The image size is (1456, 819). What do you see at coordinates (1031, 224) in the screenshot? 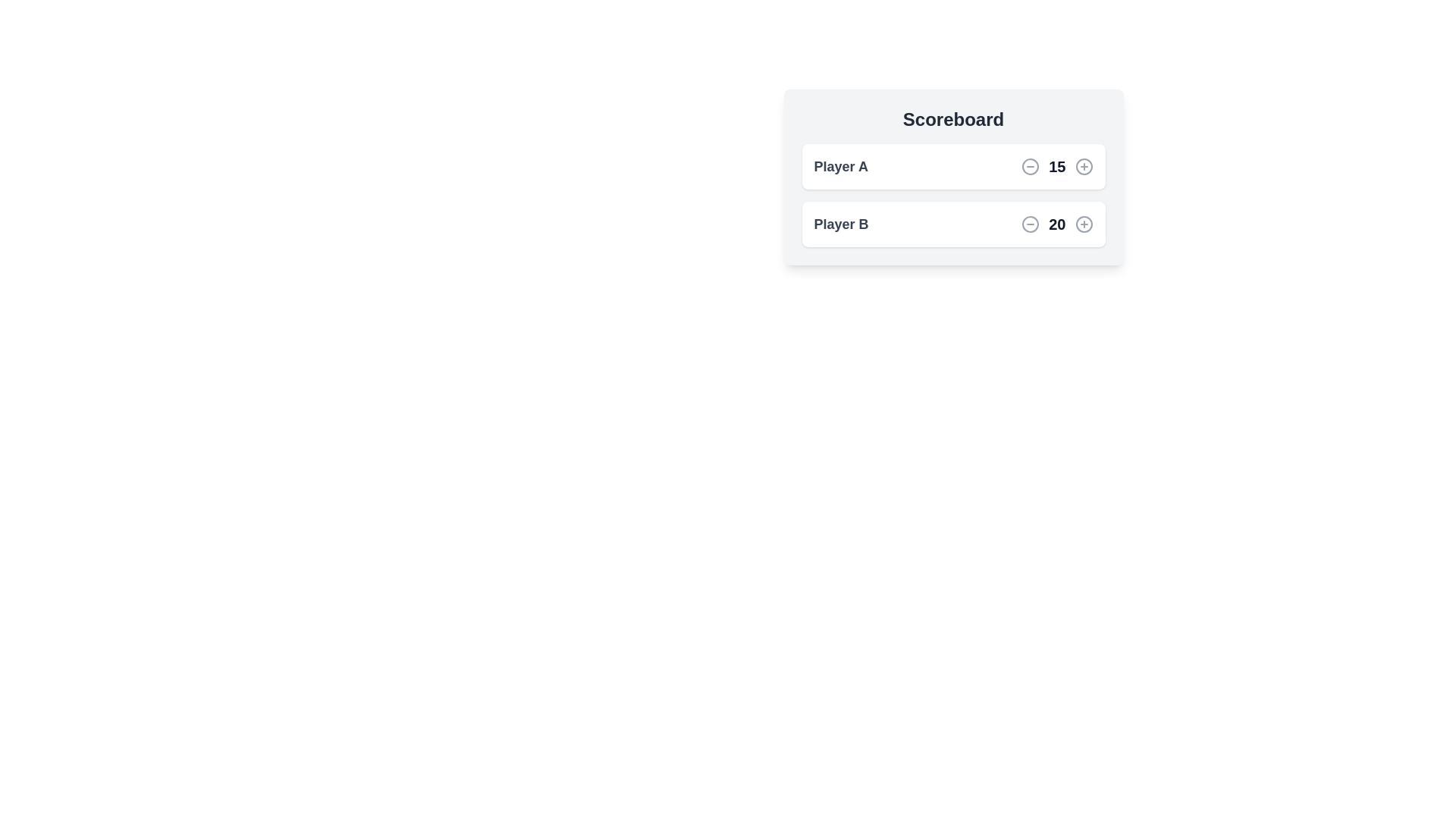
I see `the inner circle component of the minus-circle icon in the scoreboard UI associated with 'Player B'` at bounding box center [1031, 224].